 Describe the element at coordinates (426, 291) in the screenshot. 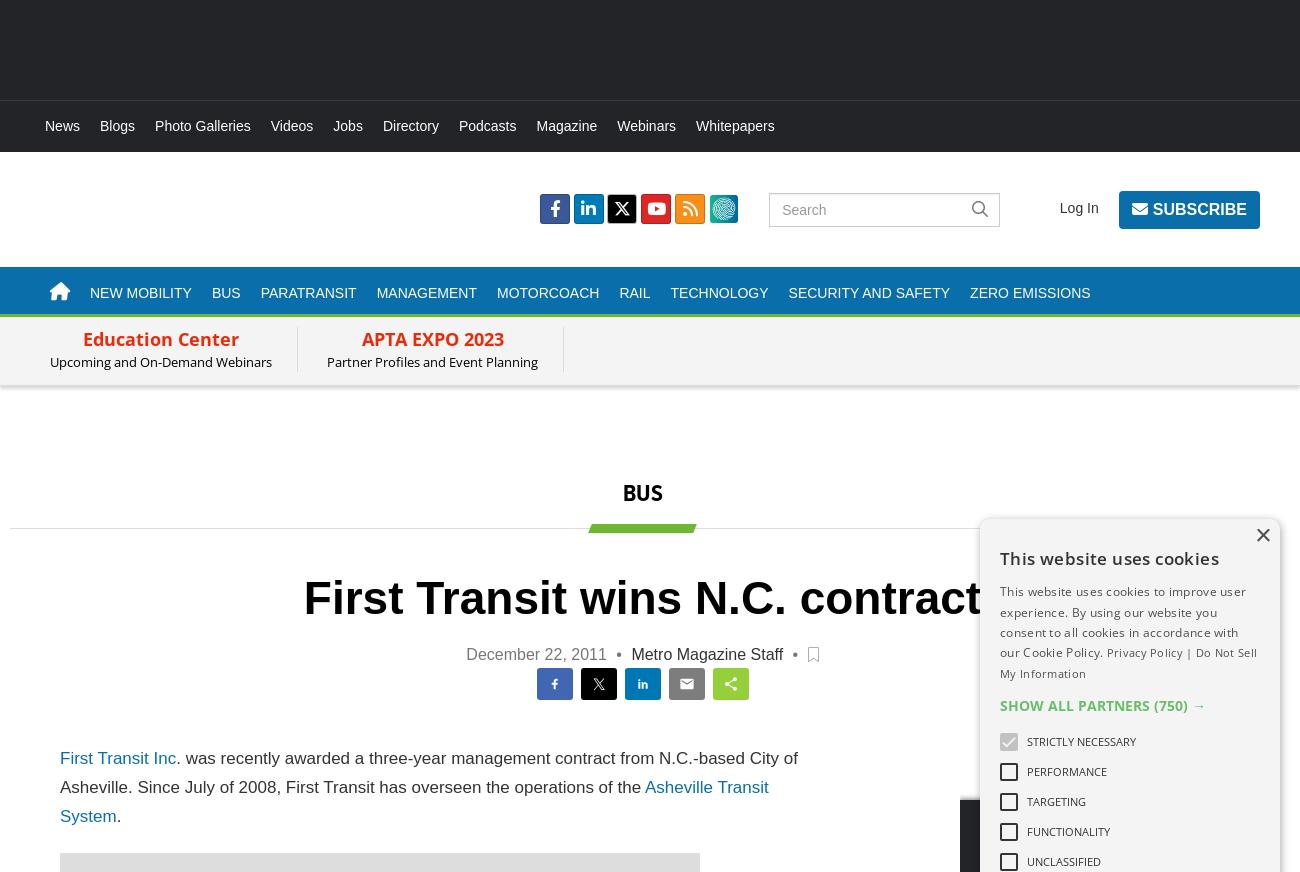

I see `'Management'` at that location.